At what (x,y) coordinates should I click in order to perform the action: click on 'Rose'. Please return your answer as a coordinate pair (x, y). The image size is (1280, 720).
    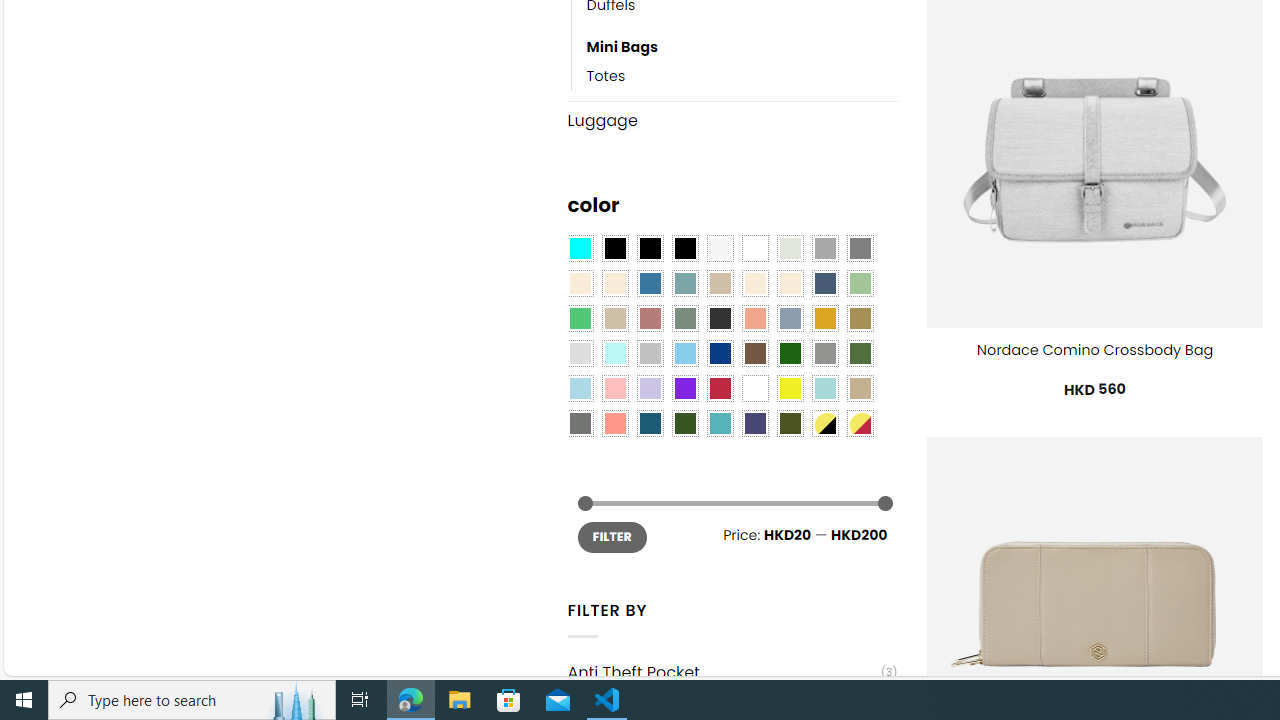
    Looking at the image, I should click on (650, 317).